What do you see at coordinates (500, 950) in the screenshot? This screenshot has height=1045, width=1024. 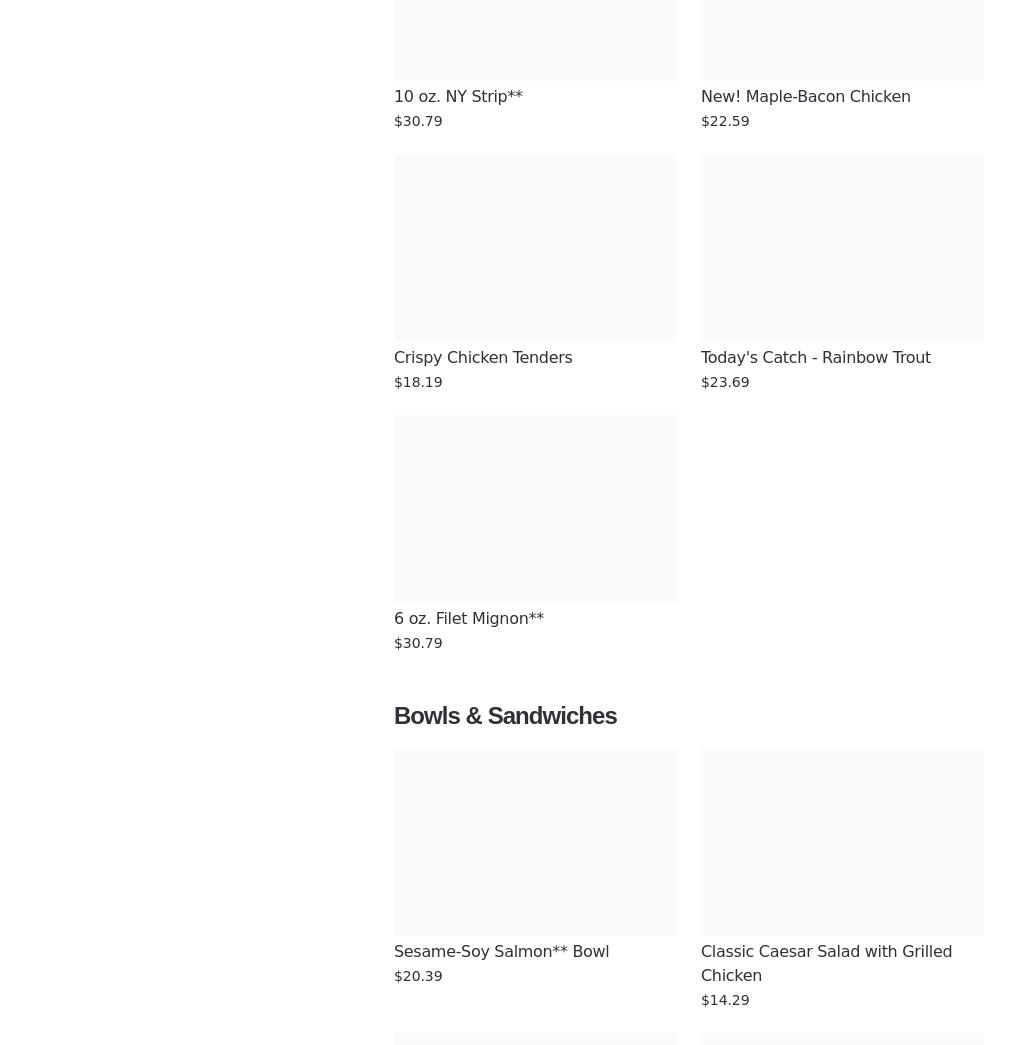 I see `'Sesame-Soy Salmon** Bowl'` at bounding box center [500, 950].